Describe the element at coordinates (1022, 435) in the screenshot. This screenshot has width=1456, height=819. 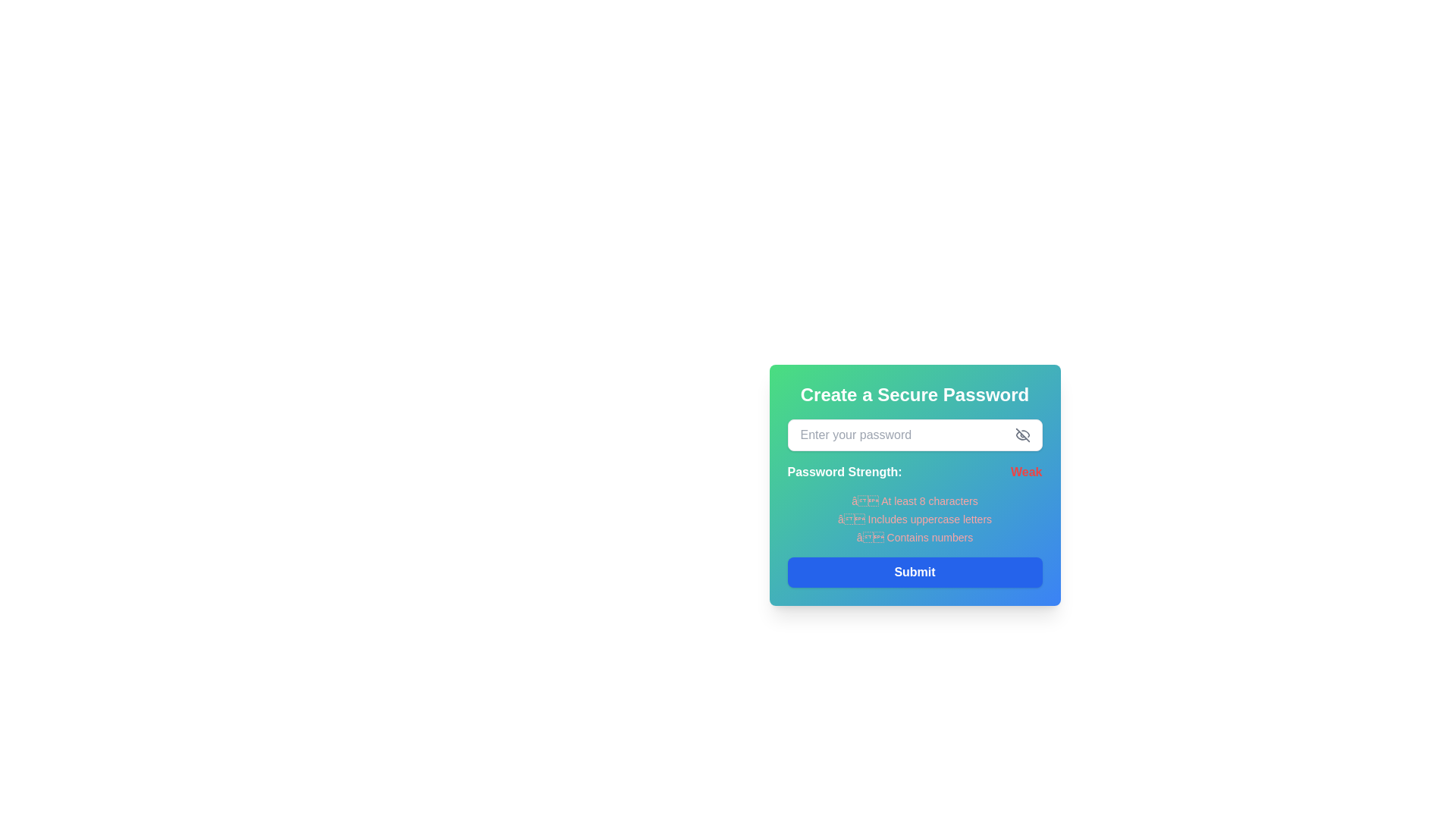
I see `the button that toggles the visibility of the password input field to change its color` at that location.